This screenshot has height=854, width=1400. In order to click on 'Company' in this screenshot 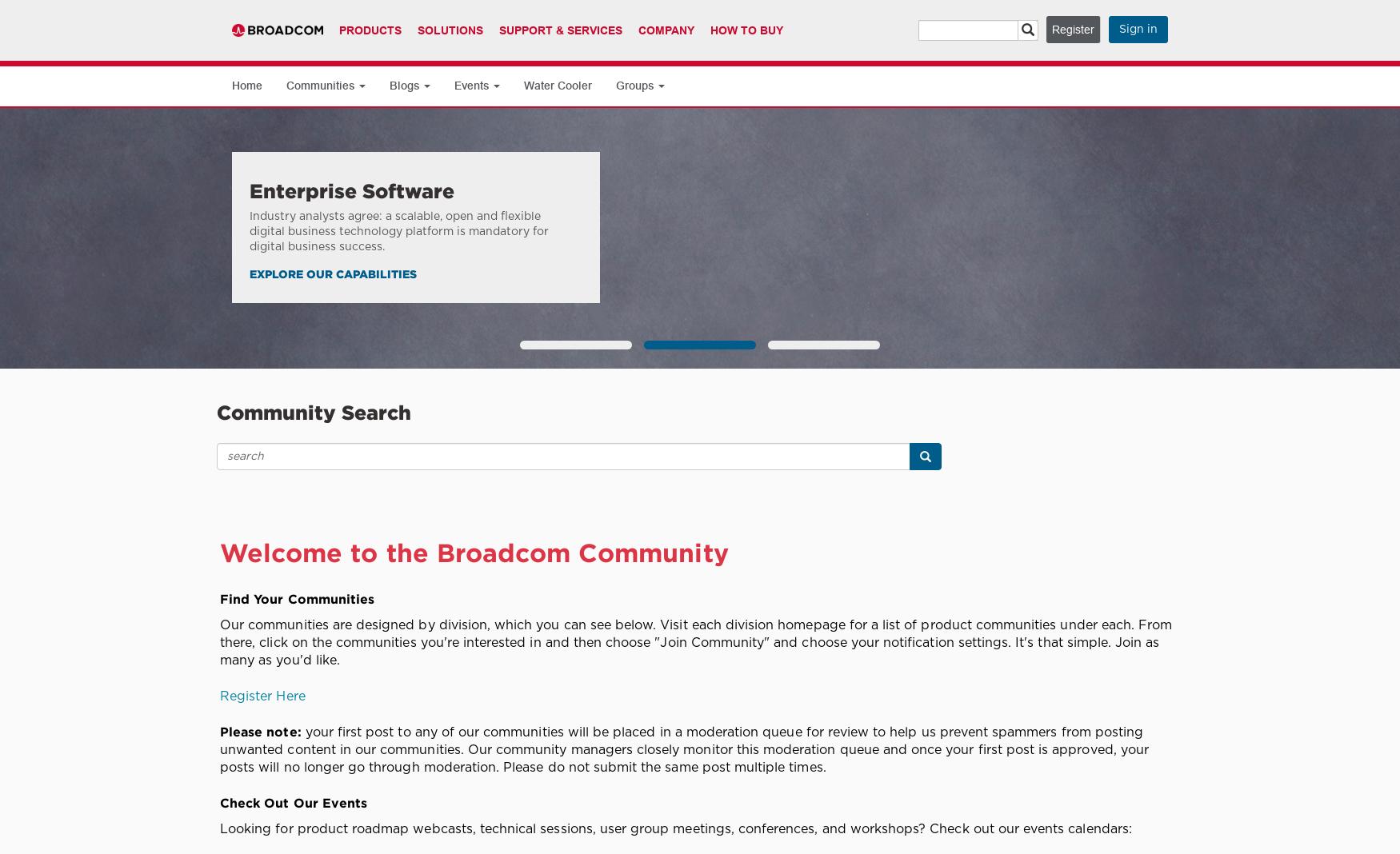, I will do `click(638, 30)`.